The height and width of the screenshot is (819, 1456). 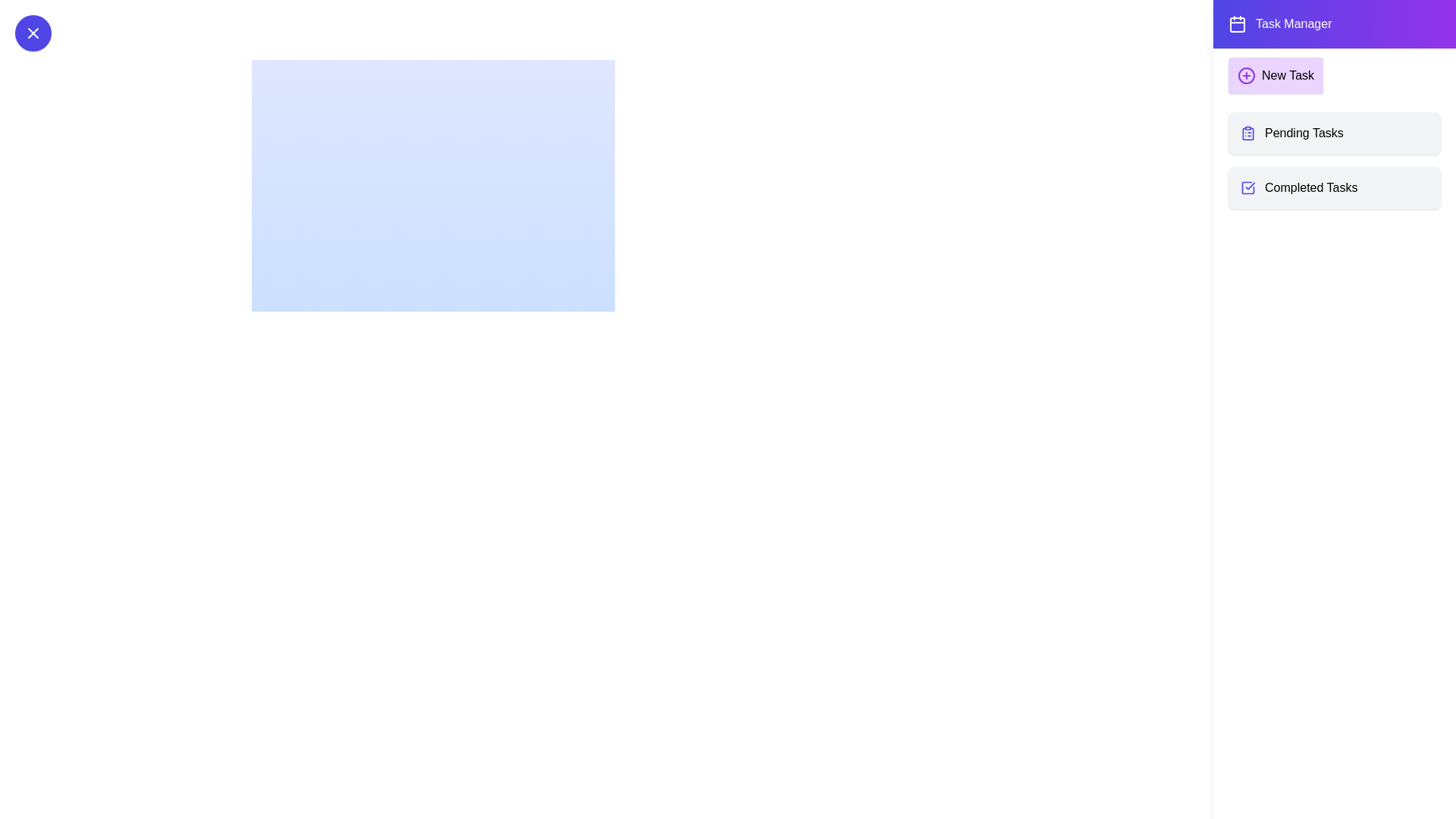 I want to click on the 'Pending Tasks' item to select it, so click(x=1335, y=133).